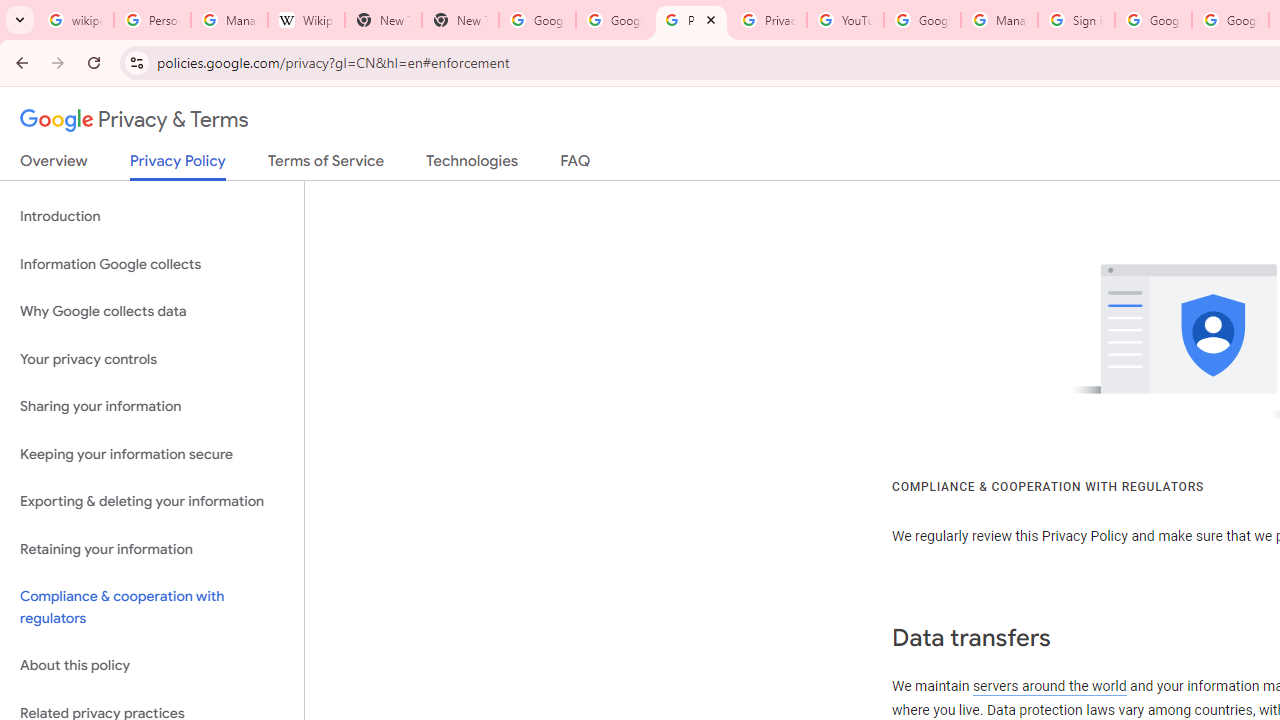 The width and height of the screenshot is (1280, 720). I want to click on 'Privacy & Terms', so click(134, 120).